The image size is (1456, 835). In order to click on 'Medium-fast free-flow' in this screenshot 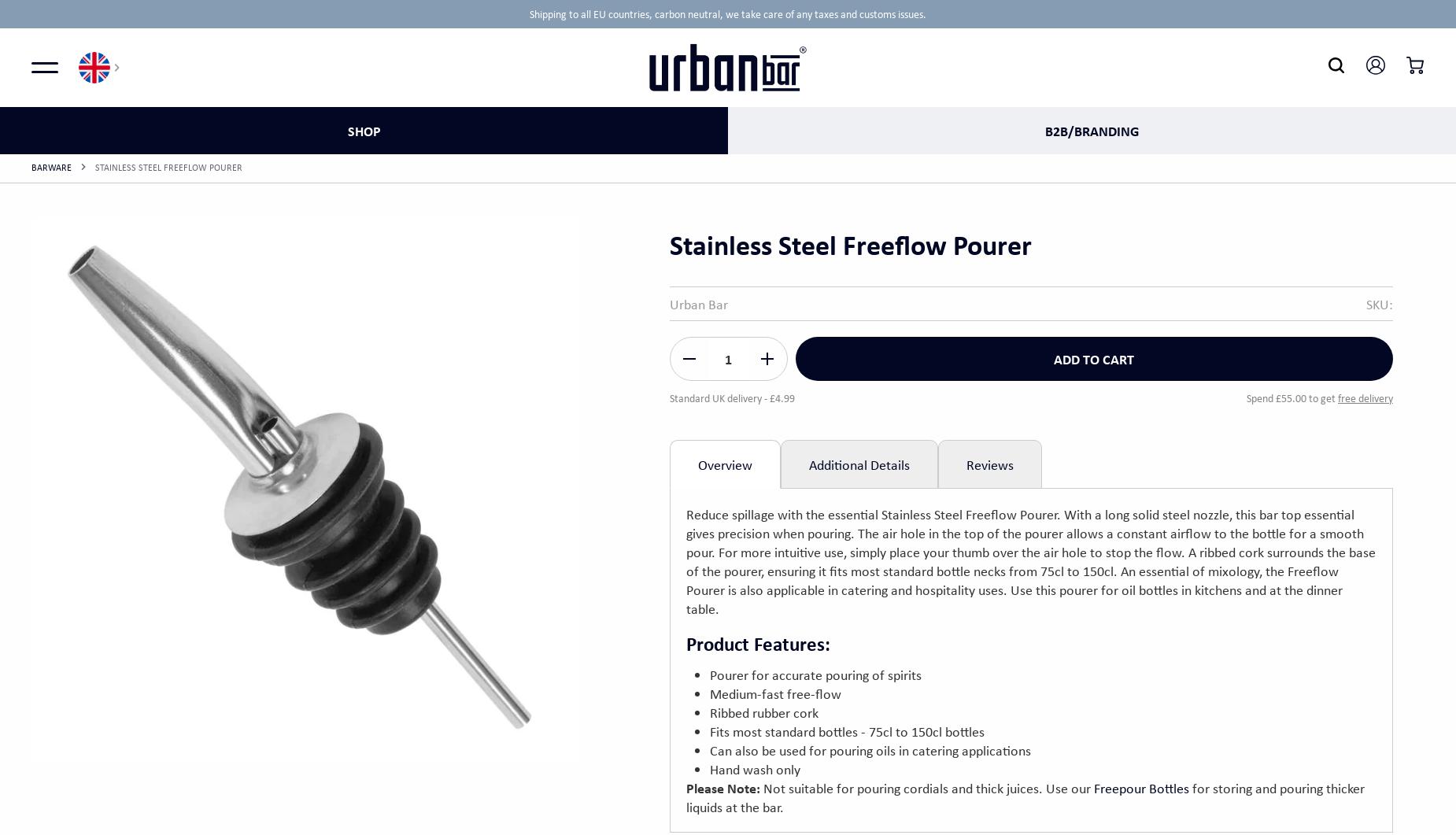, I will do `click(774, 693)`.